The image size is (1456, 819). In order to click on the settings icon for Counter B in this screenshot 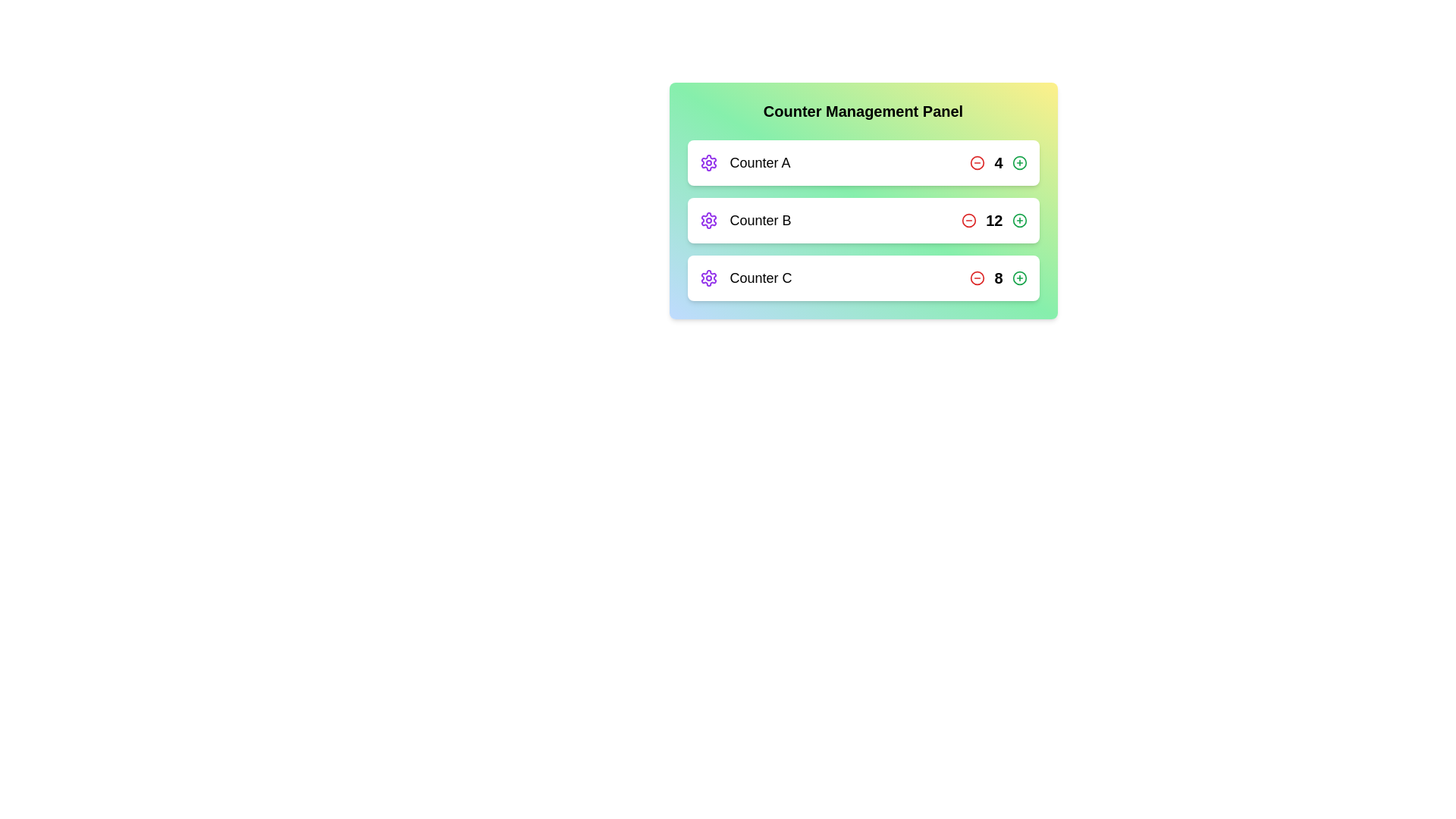, I will do `click(708, 220)`.